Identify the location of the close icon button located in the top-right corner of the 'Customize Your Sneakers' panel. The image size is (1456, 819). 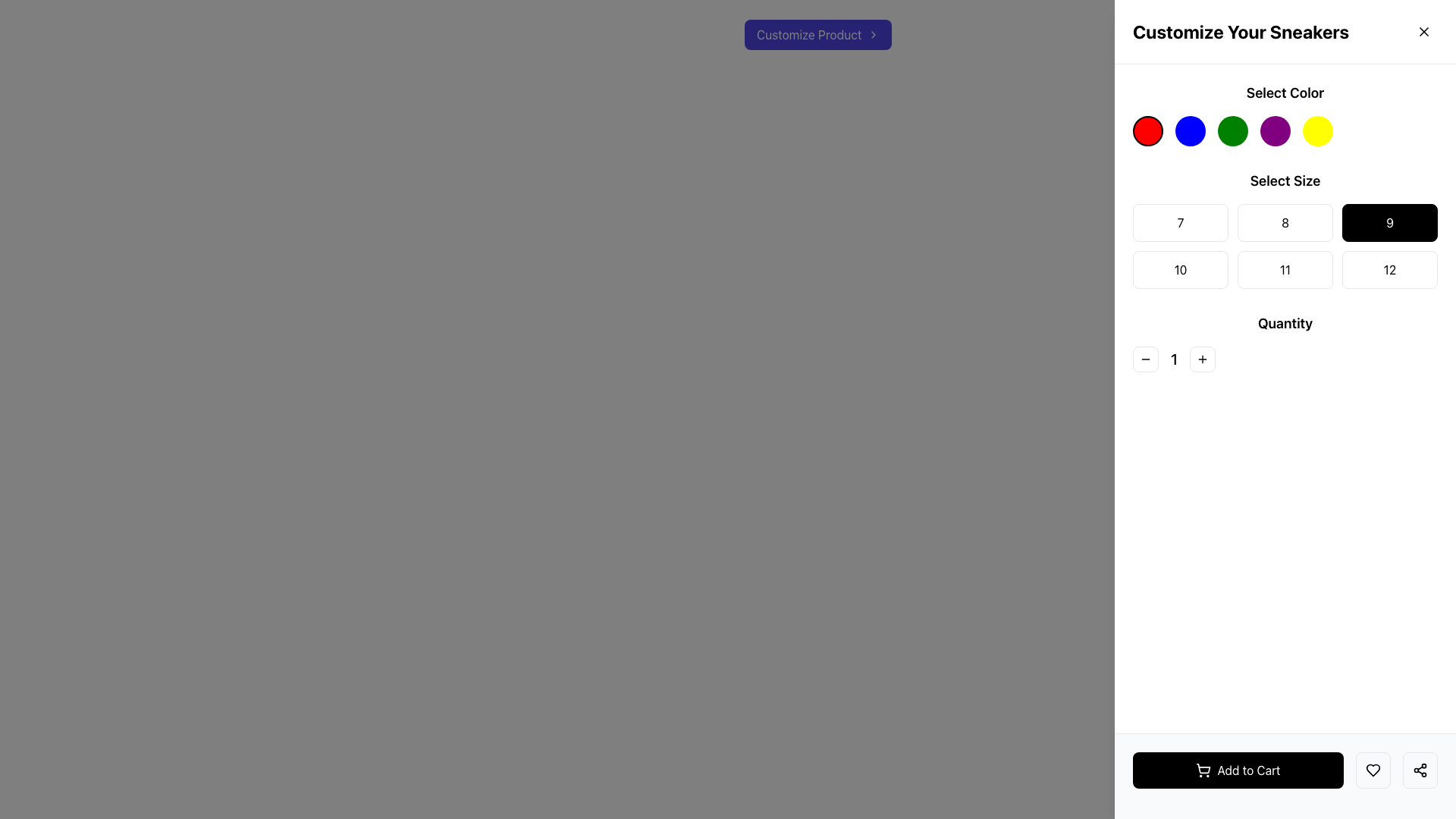
(1423, 32).